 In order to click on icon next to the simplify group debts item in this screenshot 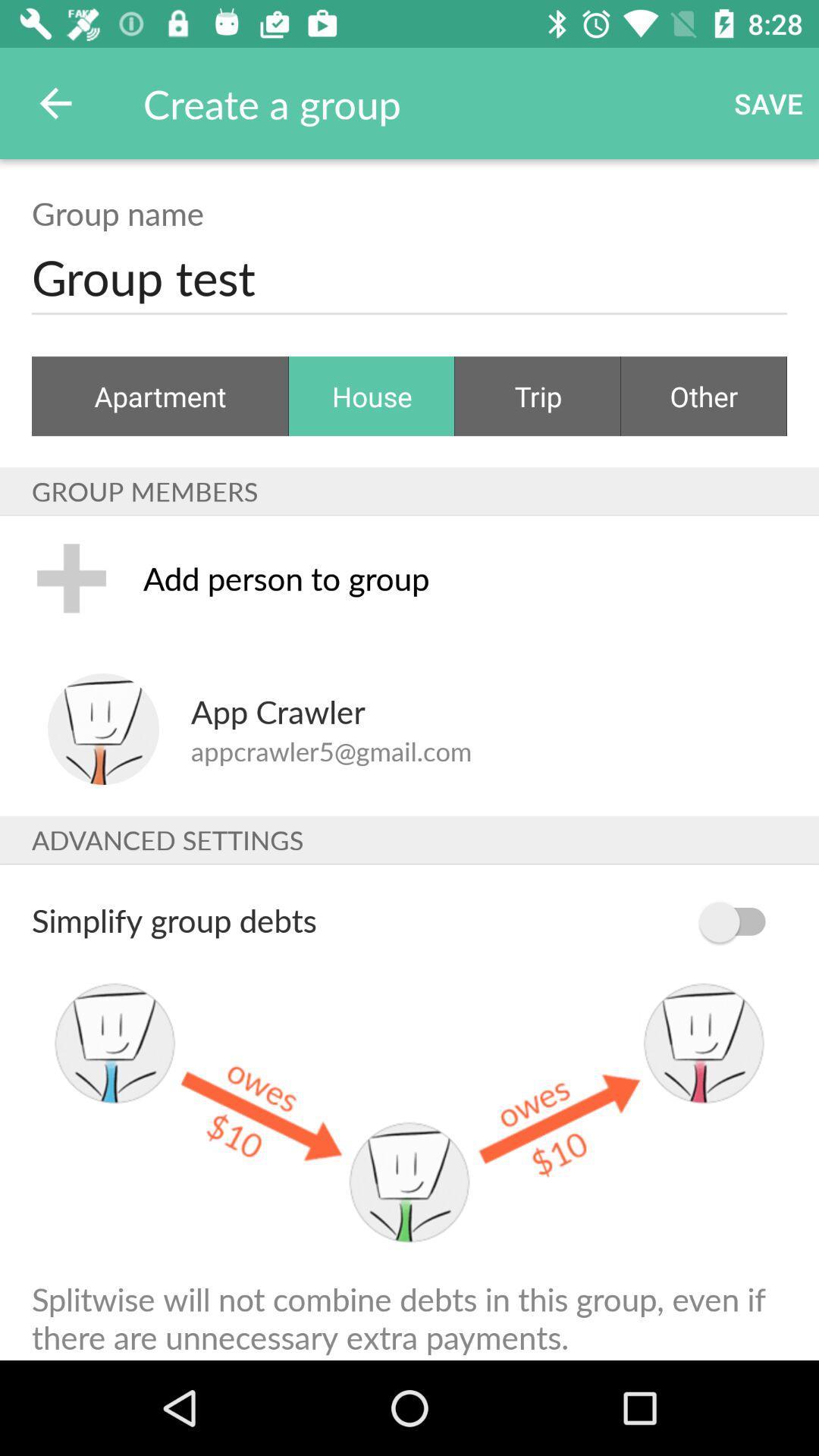, I will do `click(739, 921)`.